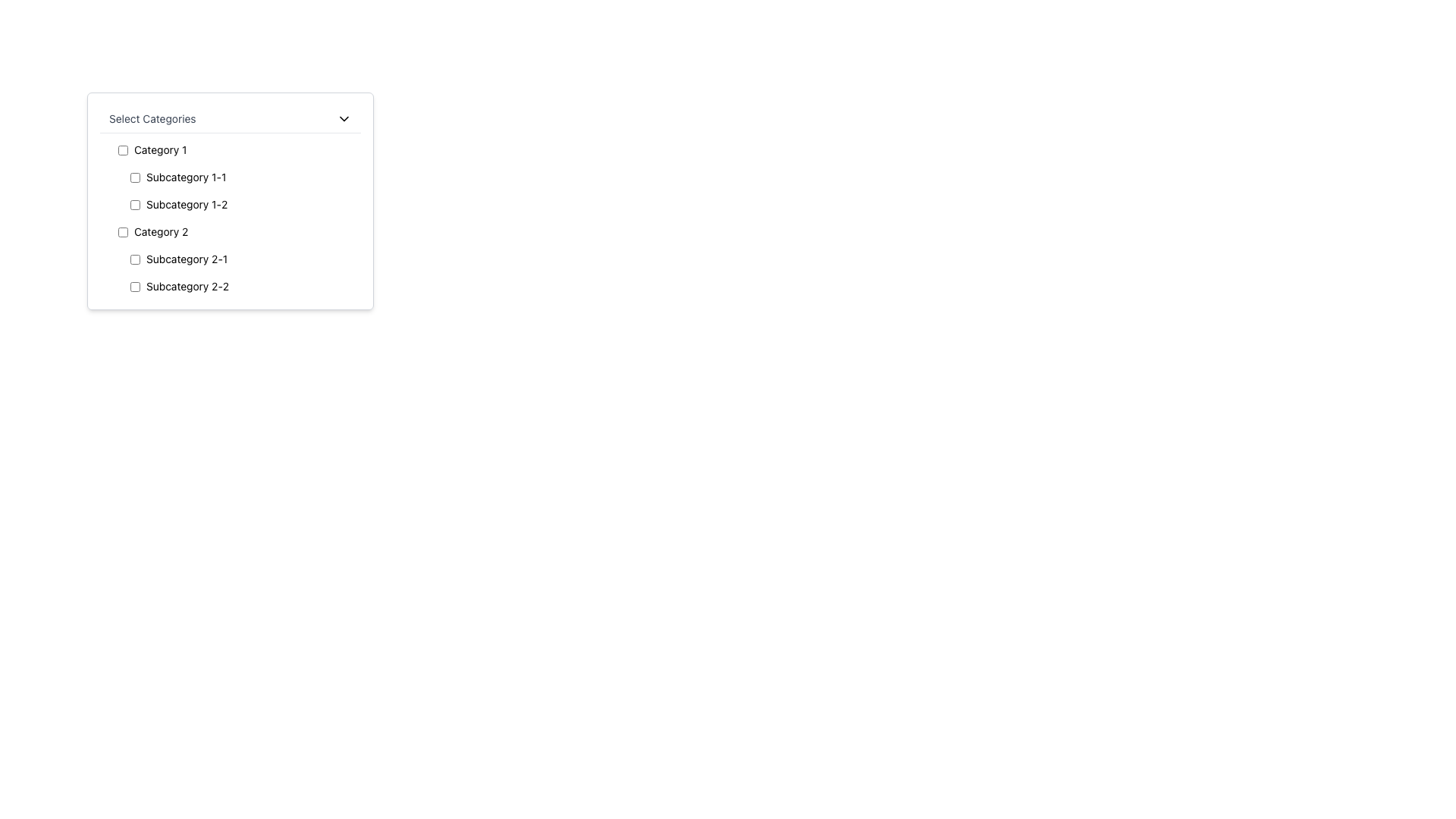 The height and width of the screenshot is (819, 1456). I want to click on the checkbox labeled 'Subcategory 1-2' for keyboard interaction by clicking on its center point, so click(243, 205).